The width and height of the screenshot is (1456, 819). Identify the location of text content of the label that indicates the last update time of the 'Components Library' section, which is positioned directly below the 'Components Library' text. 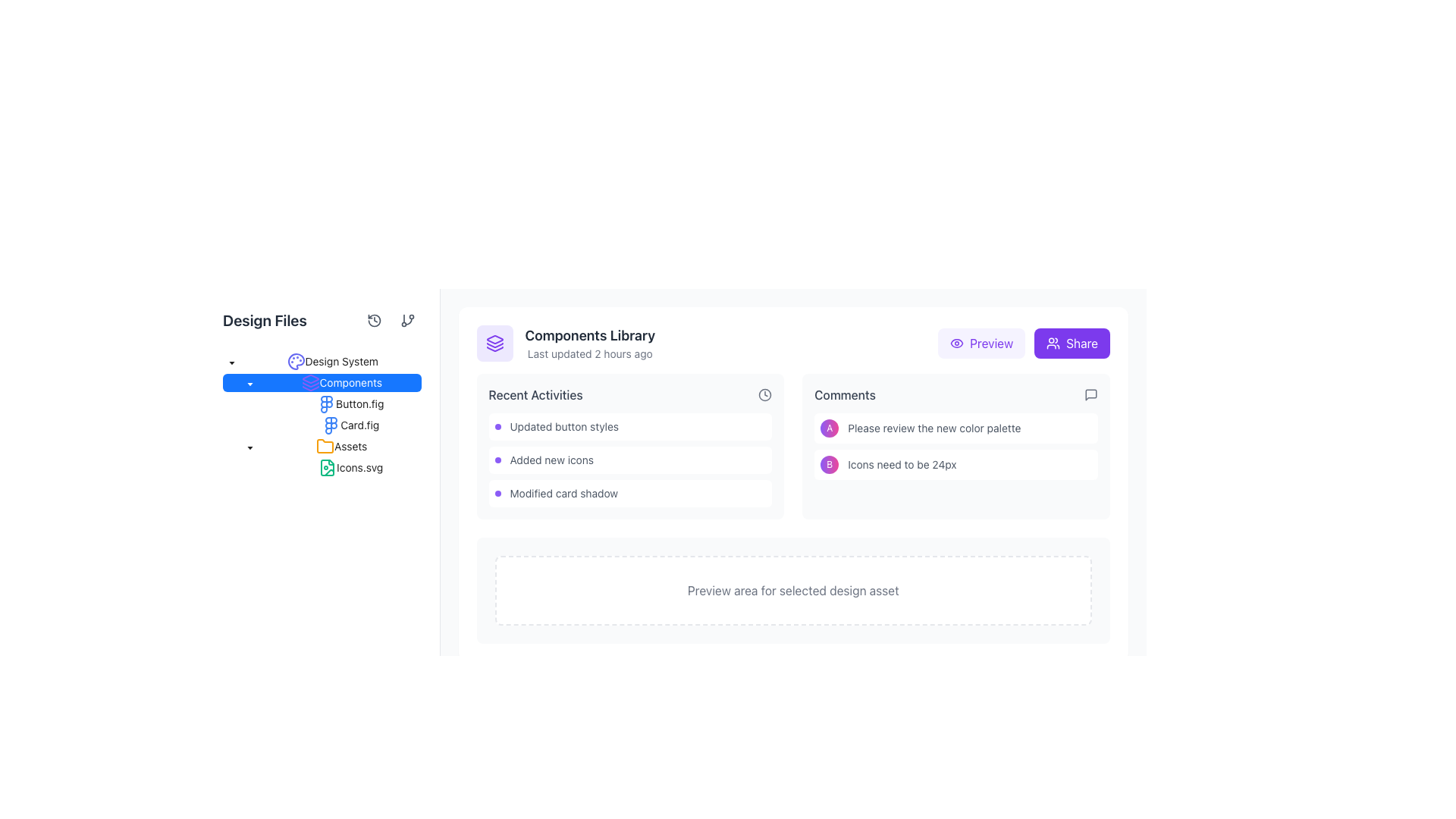
(589, 353).